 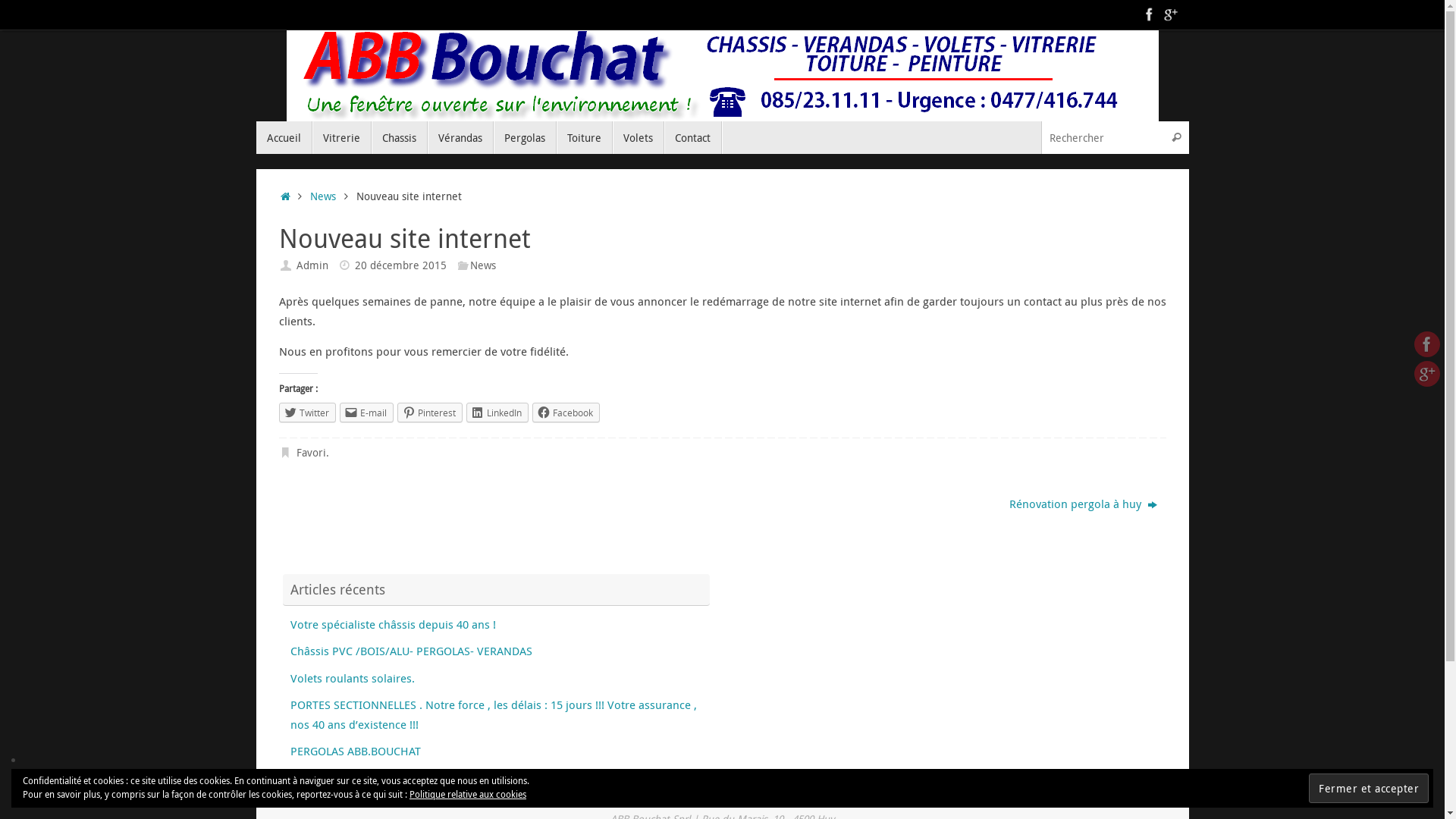 What do you see at coordinates (312, 137) in the screenshot?
I see `'Vitrerie'` at bounding box center [312, 137].